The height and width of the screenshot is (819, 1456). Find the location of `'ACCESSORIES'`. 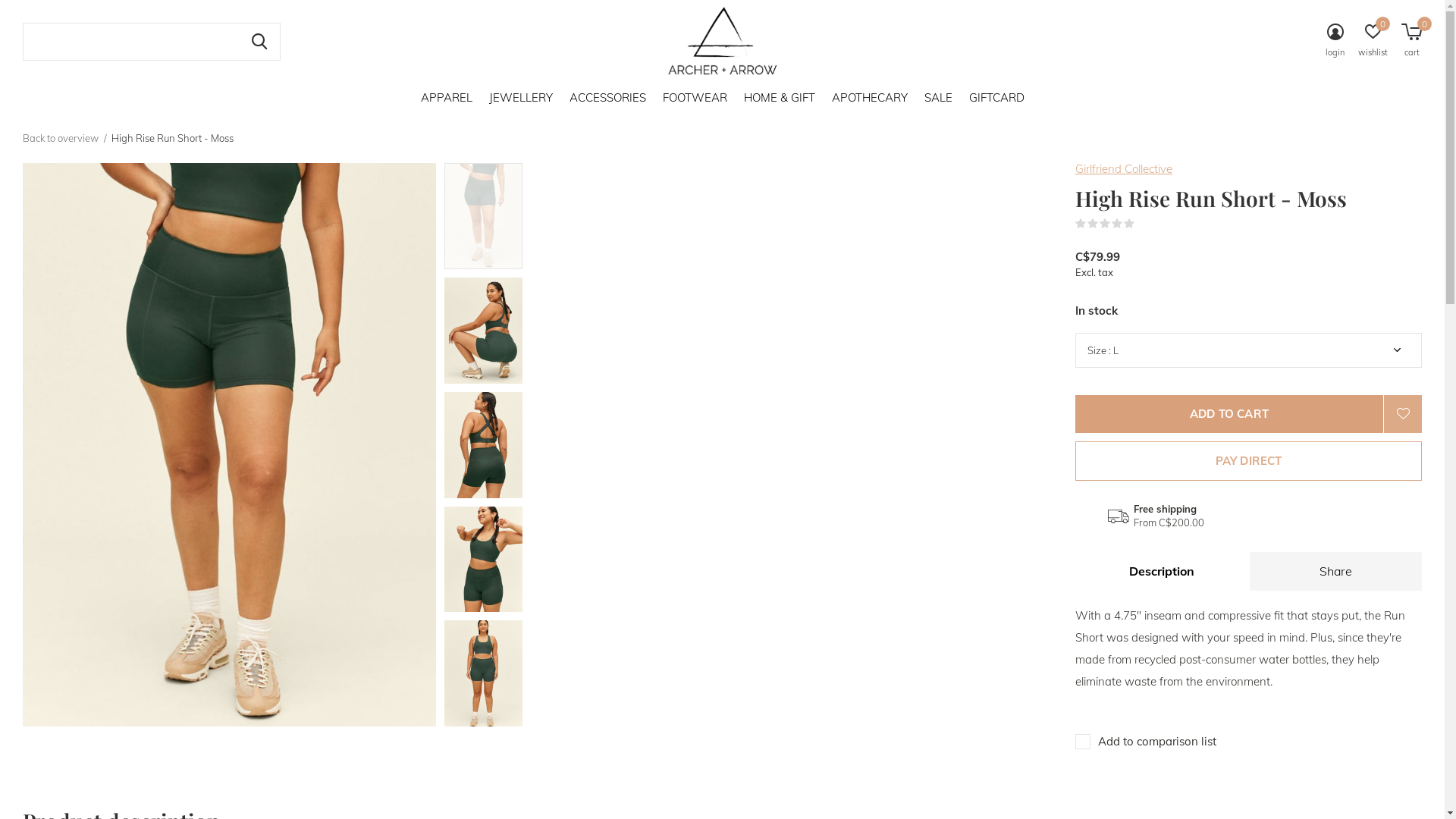

'ACCESSORIES' is located at coordinates (607, 96).